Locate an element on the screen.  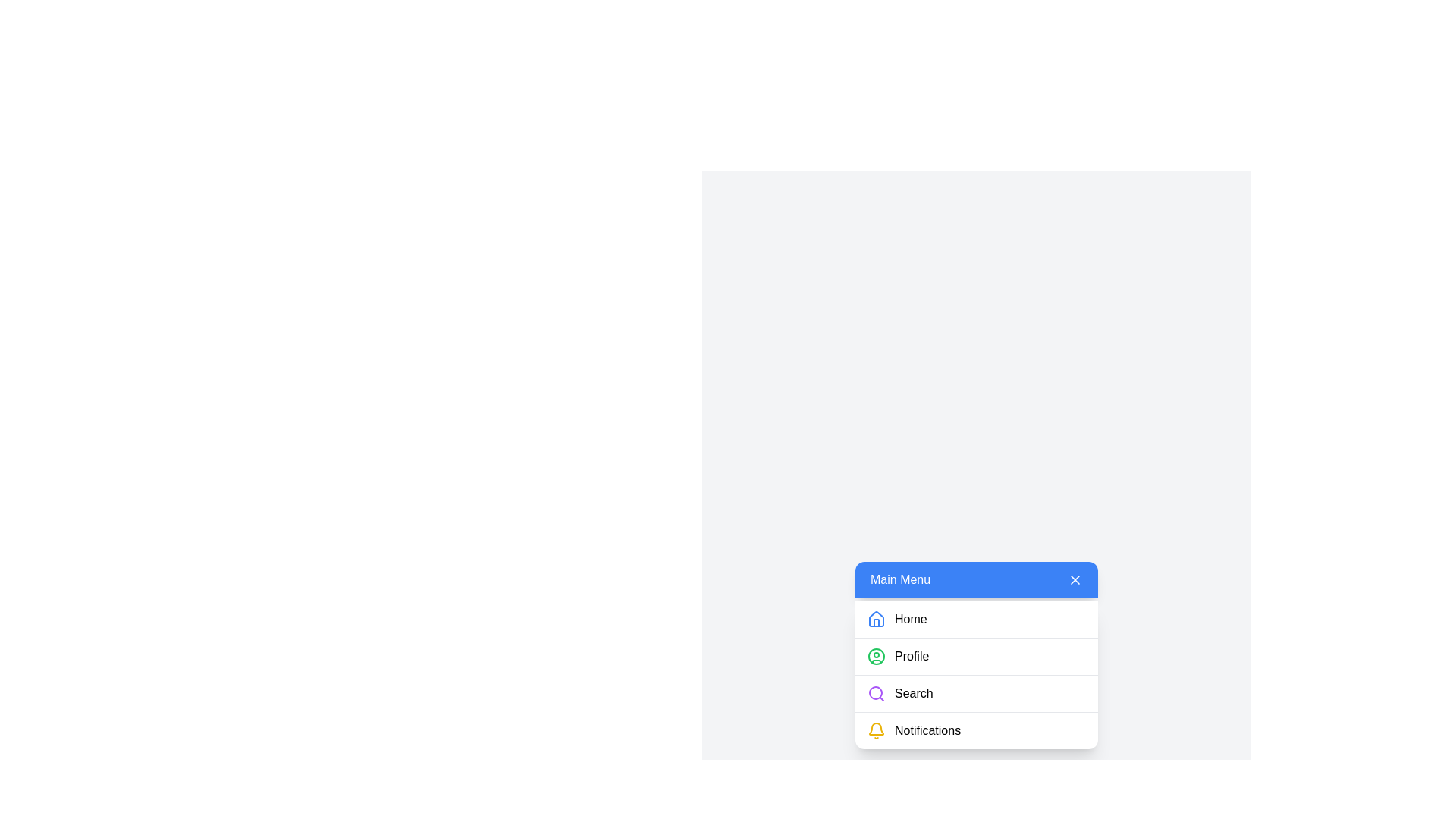
the close button located in the top-right corner of the 'Main Menu' header bar is located at coordinates (1074, 579).